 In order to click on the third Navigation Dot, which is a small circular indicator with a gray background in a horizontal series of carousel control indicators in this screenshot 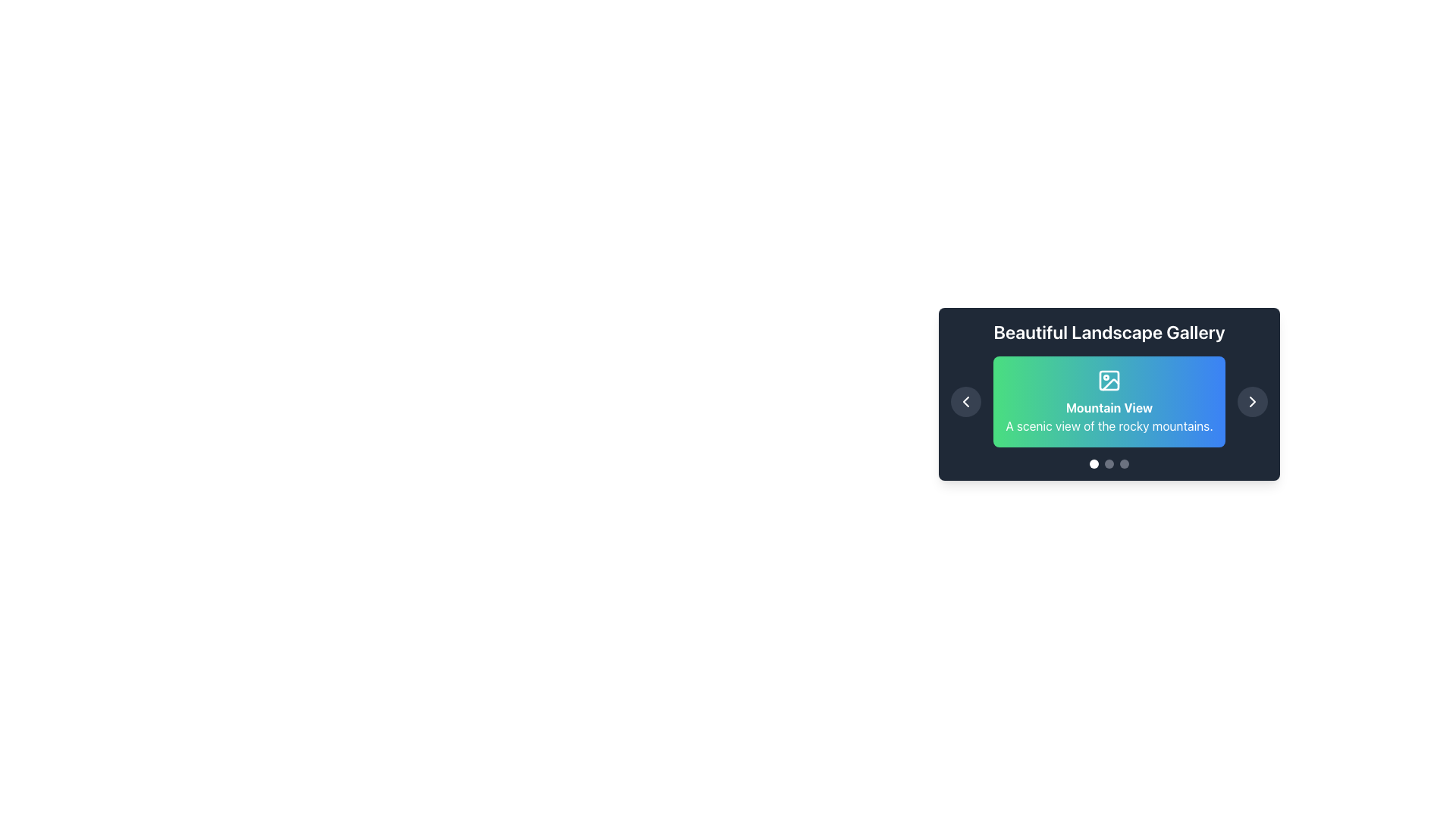, I will do `click(1125, 463)`.